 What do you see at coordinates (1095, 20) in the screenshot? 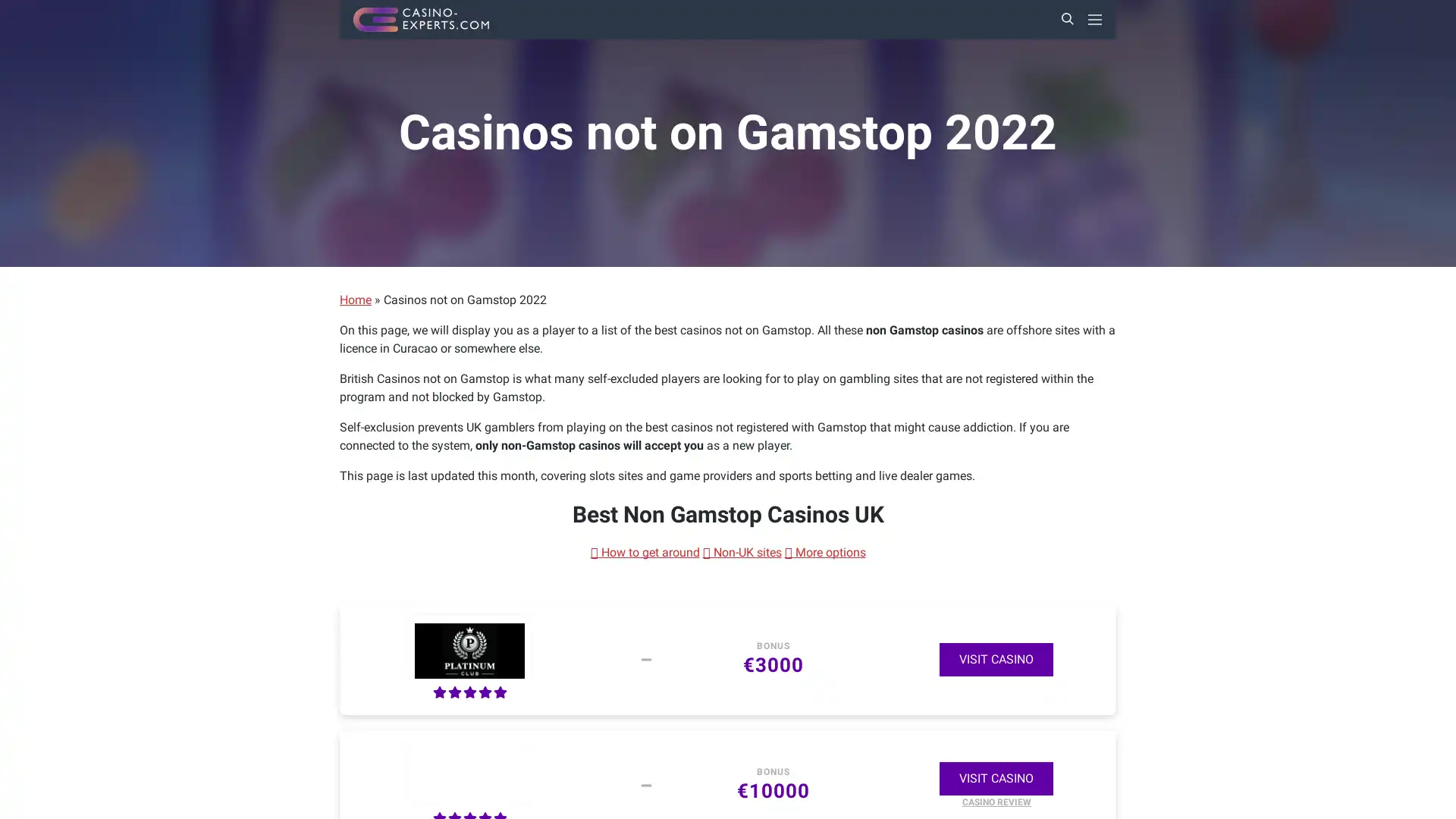
I see `Primary Menu` at bounding box center [1095, 20].